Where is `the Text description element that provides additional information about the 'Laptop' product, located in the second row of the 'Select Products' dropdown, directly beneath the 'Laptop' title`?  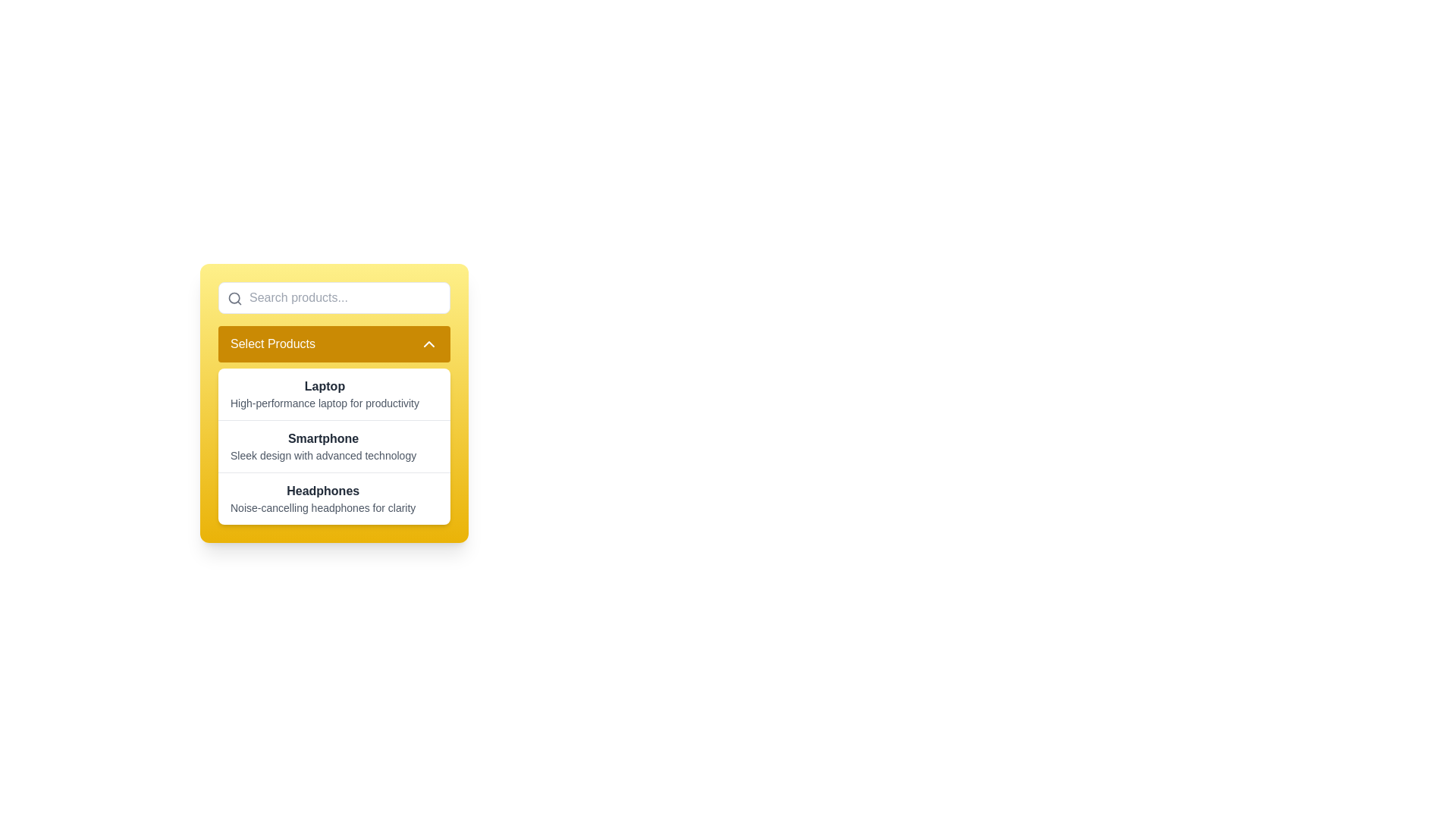
the Text description element that provides additional information about the 'Laptop' product, located in the second row of the 'Select Products' dropdown, directly beneath the 'Laptop' title is located at coordinates (324, 403).